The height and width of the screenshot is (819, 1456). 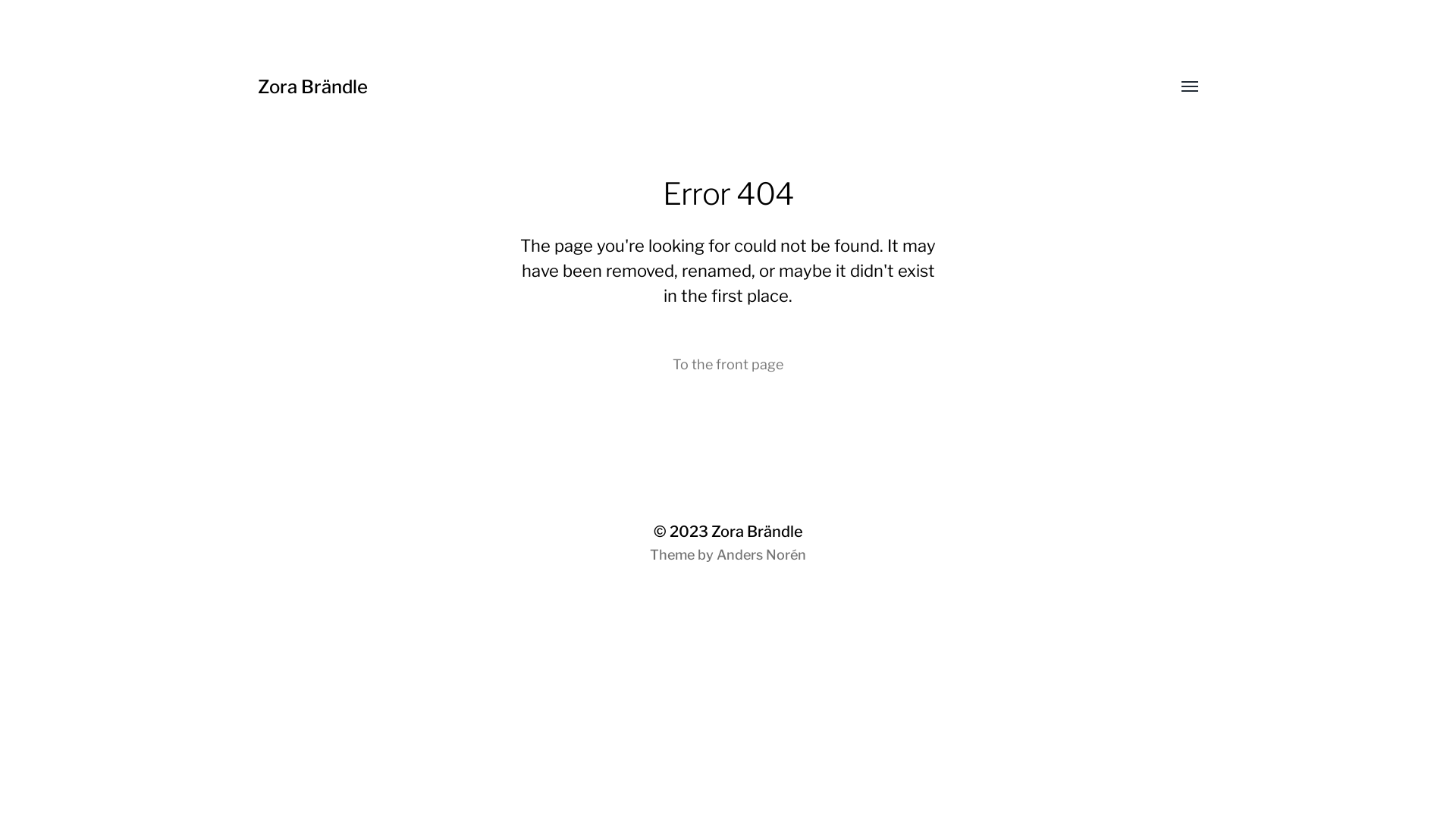 I want to click on 'Toggle menu', so click(x=1178, y=87).